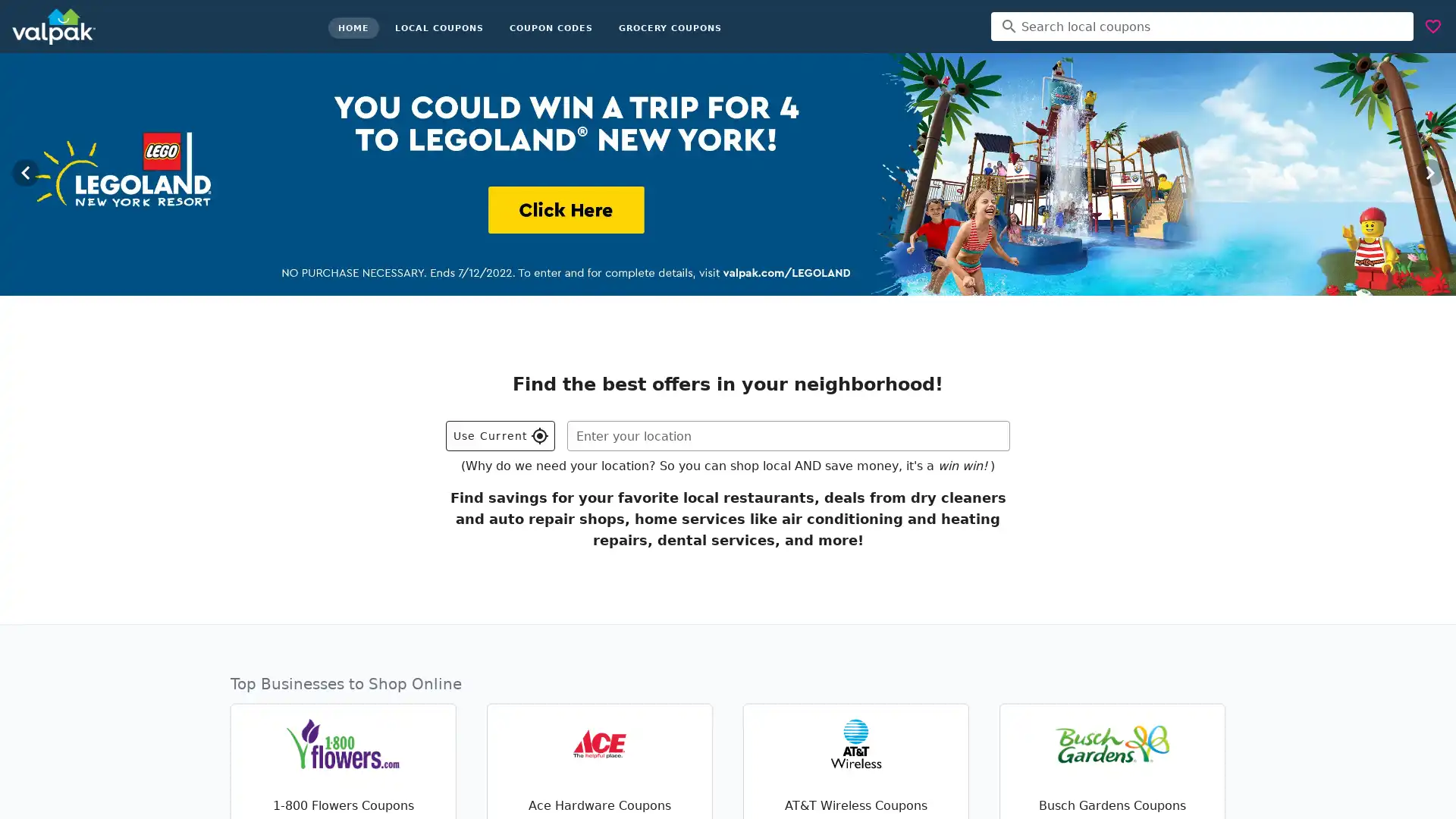  What do you see at coordinates (25, 171) in the screenshot?
I see `Previous visual` at bounding box center [25, 171].